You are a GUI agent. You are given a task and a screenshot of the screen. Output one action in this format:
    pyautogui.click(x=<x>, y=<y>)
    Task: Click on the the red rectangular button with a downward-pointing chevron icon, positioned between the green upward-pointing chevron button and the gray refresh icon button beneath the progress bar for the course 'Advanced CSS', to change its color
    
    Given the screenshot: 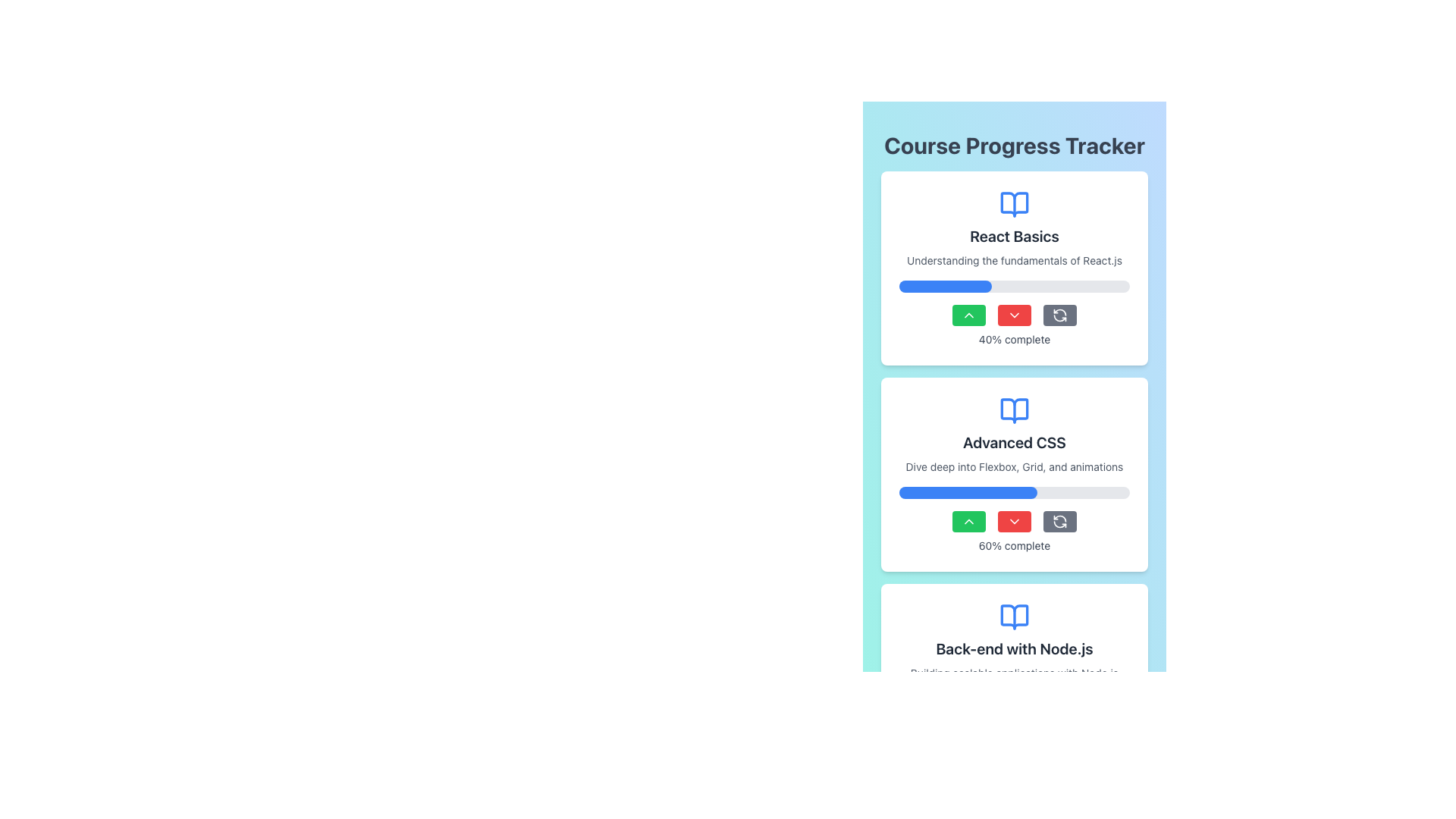 What is the action you would take?
    pyautogui.click(x=1015, y=520)
    